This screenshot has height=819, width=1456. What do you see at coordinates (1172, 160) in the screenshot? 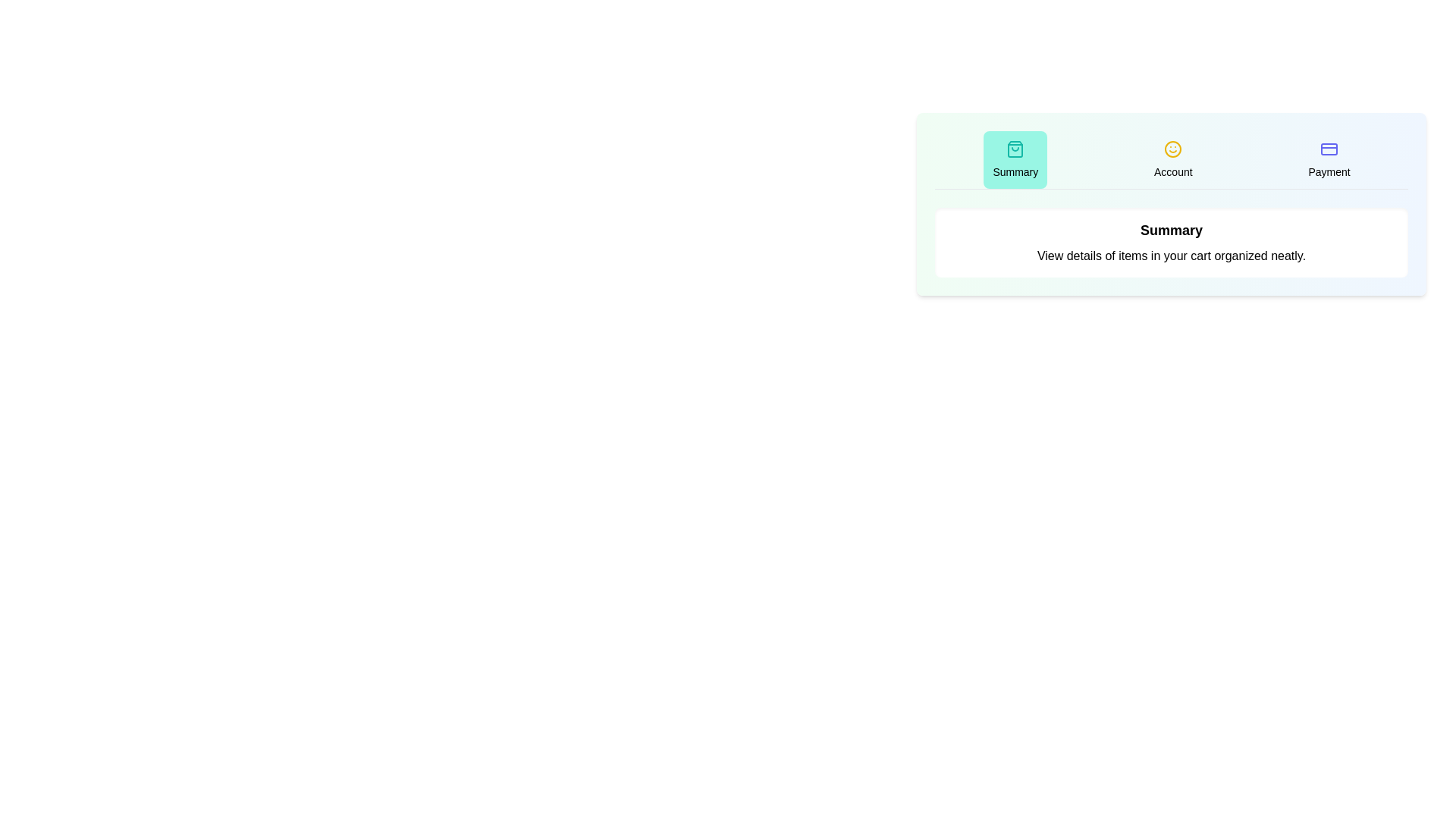
I see `the Account tab to switch to it` at bounding box center [1172, 160].